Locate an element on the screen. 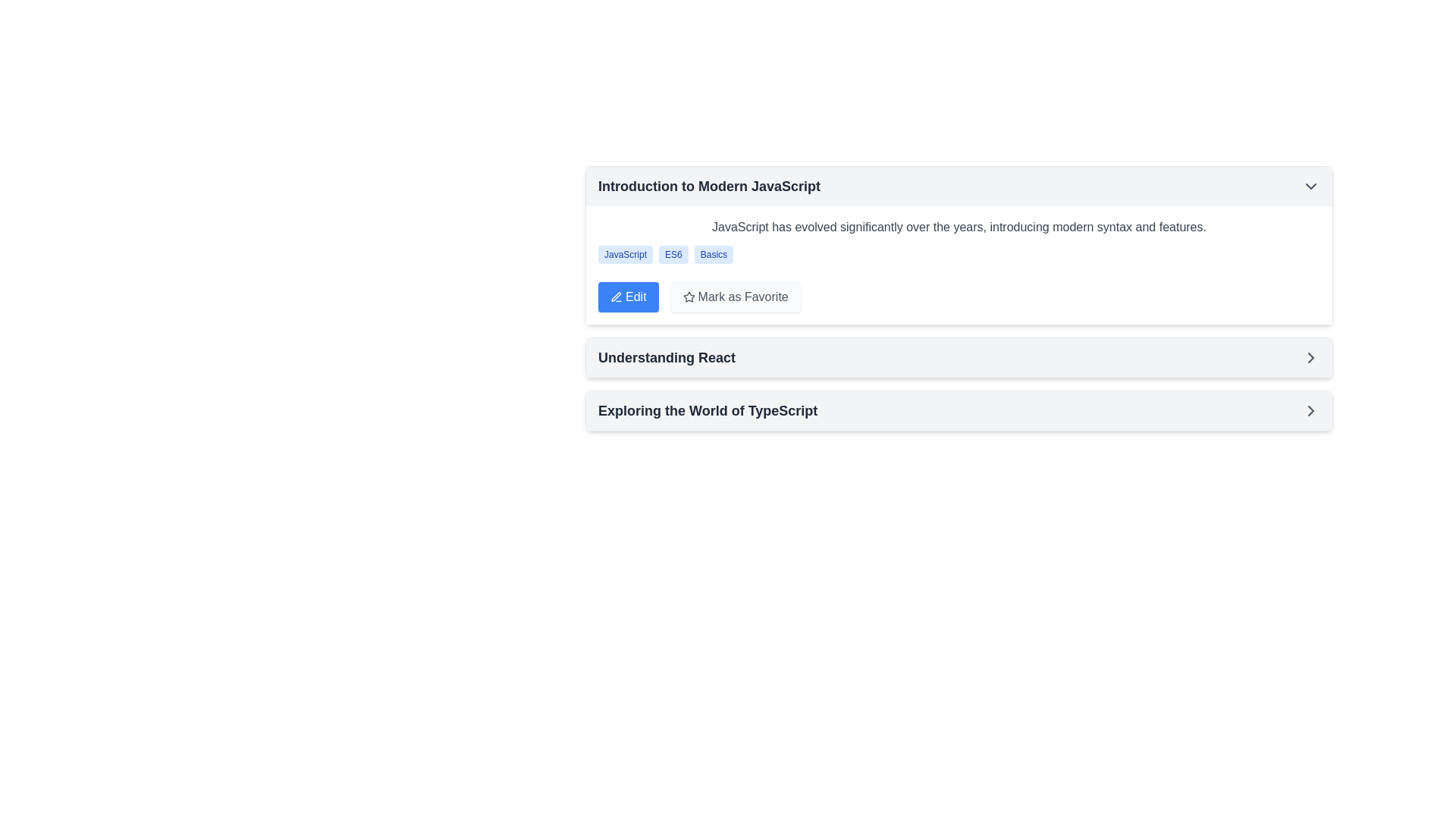 The height and width of the screenshot is (819, 1456). the text content of the tag or label located to the far left under the heading 'Introduction to Modern JavaScript' is located at coordinates (626, 253).